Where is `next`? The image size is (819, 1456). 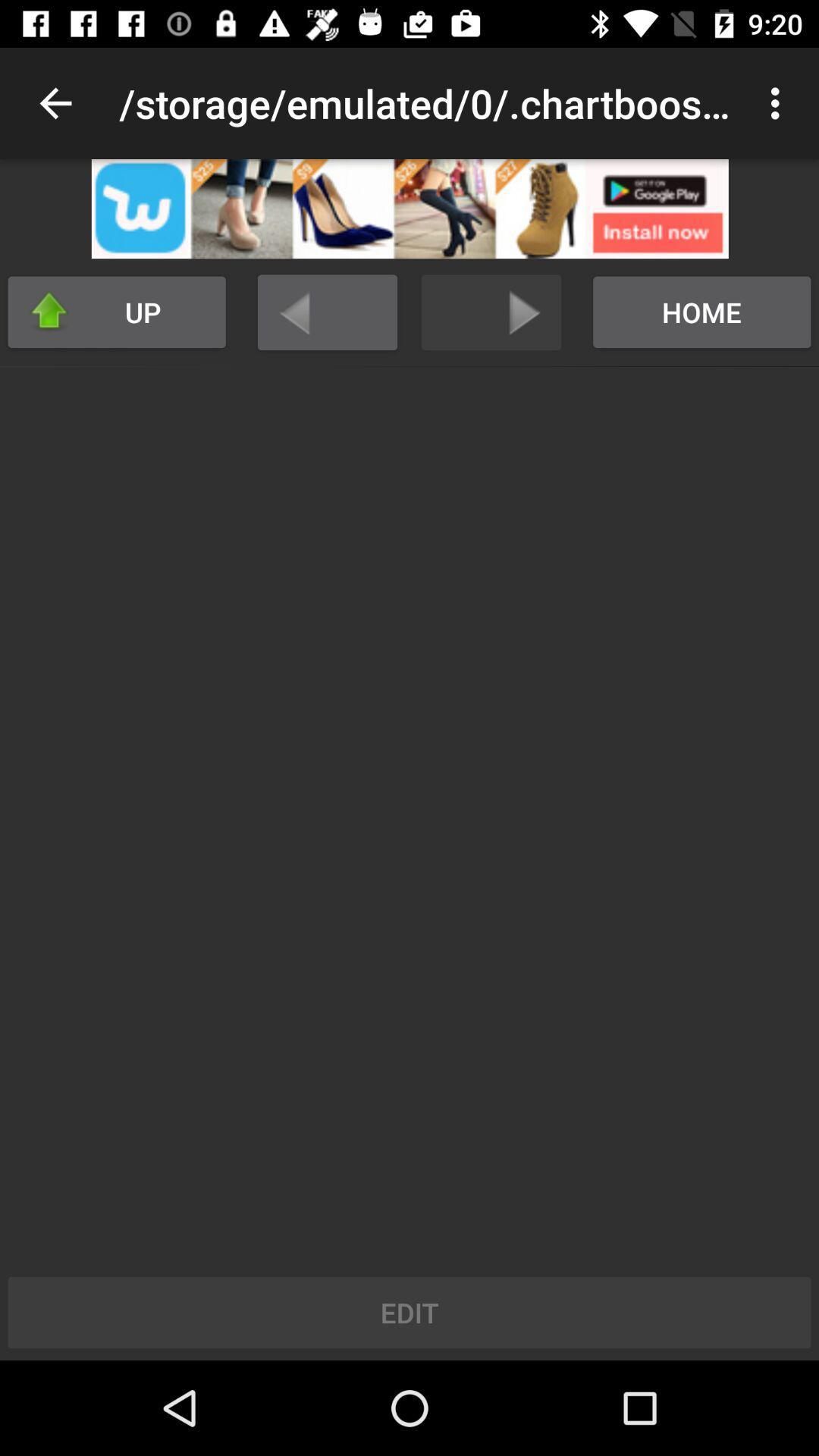
next is located at coordinates (491, 312).